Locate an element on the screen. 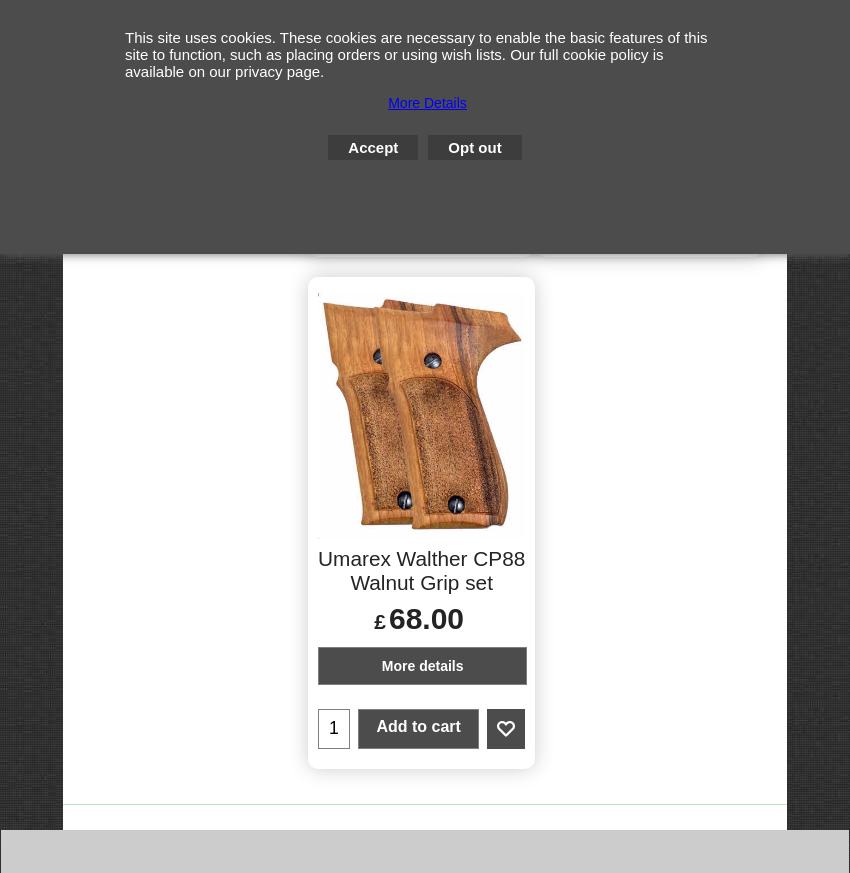 The width and height of the screenshot is (850, 873). 'Opt out' is located at coordinates (447, 147).